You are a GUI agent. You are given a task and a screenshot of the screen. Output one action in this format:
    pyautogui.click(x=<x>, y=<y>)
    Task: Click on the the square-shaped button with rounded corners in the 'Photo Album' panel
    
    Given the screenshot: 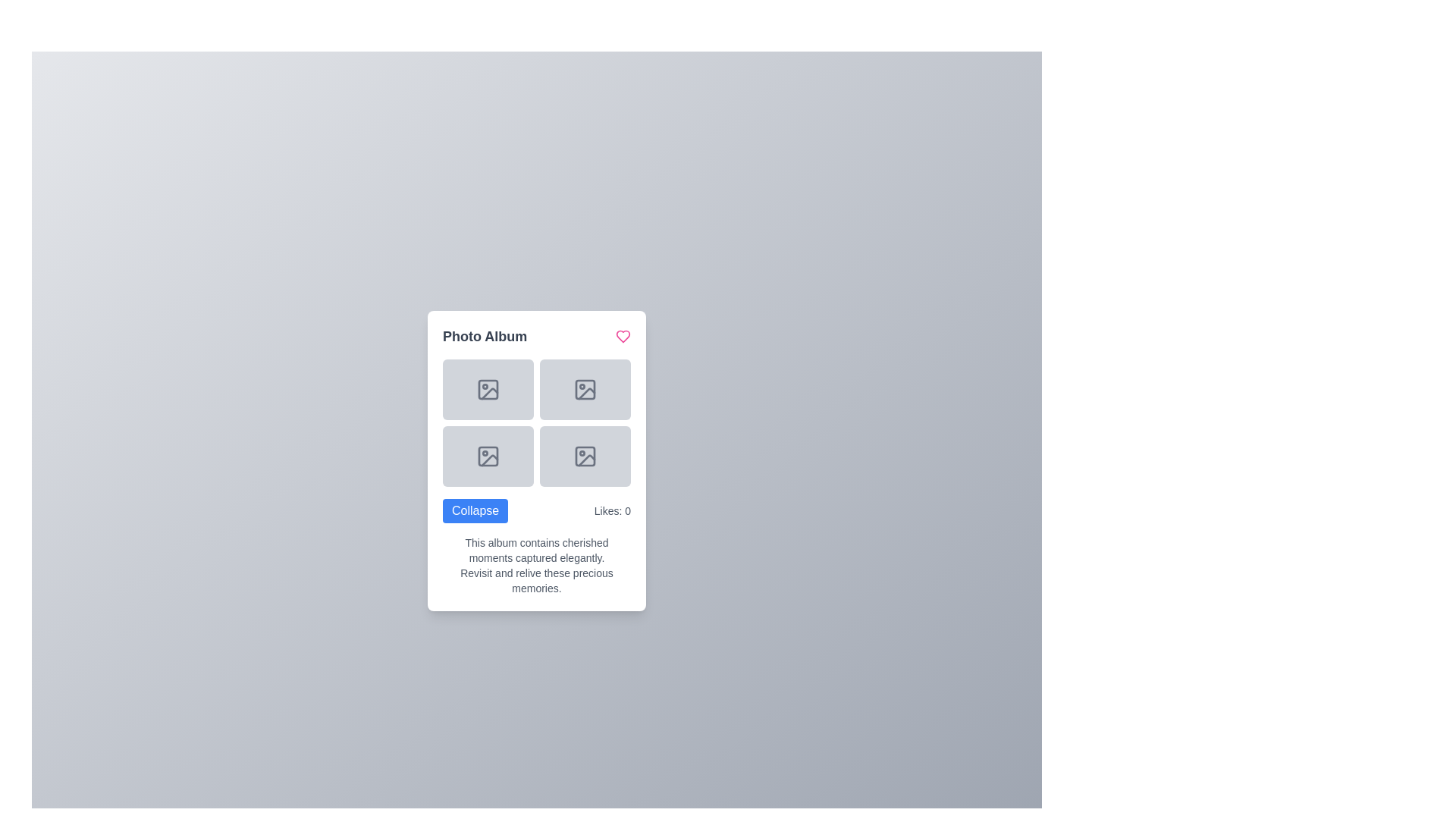 What is the action you would take?
    pyautogui.click(x=488, y=388)
    